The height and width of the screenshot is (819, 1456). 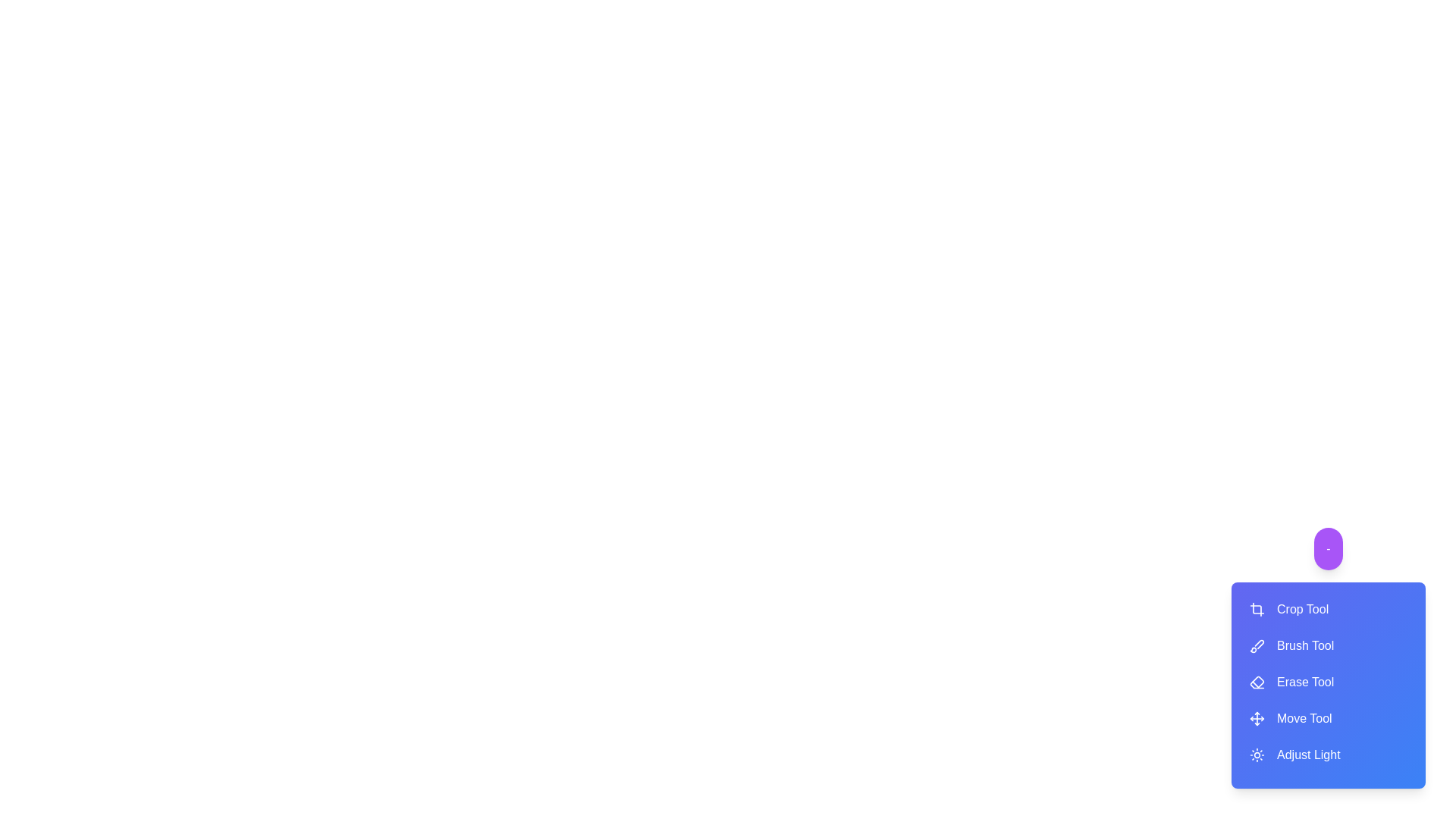 I want to click on the eraser tool icon, which is the third item in a vertical list of five tools located in the bottom-right blue panel, so click(x=1257, y=680).